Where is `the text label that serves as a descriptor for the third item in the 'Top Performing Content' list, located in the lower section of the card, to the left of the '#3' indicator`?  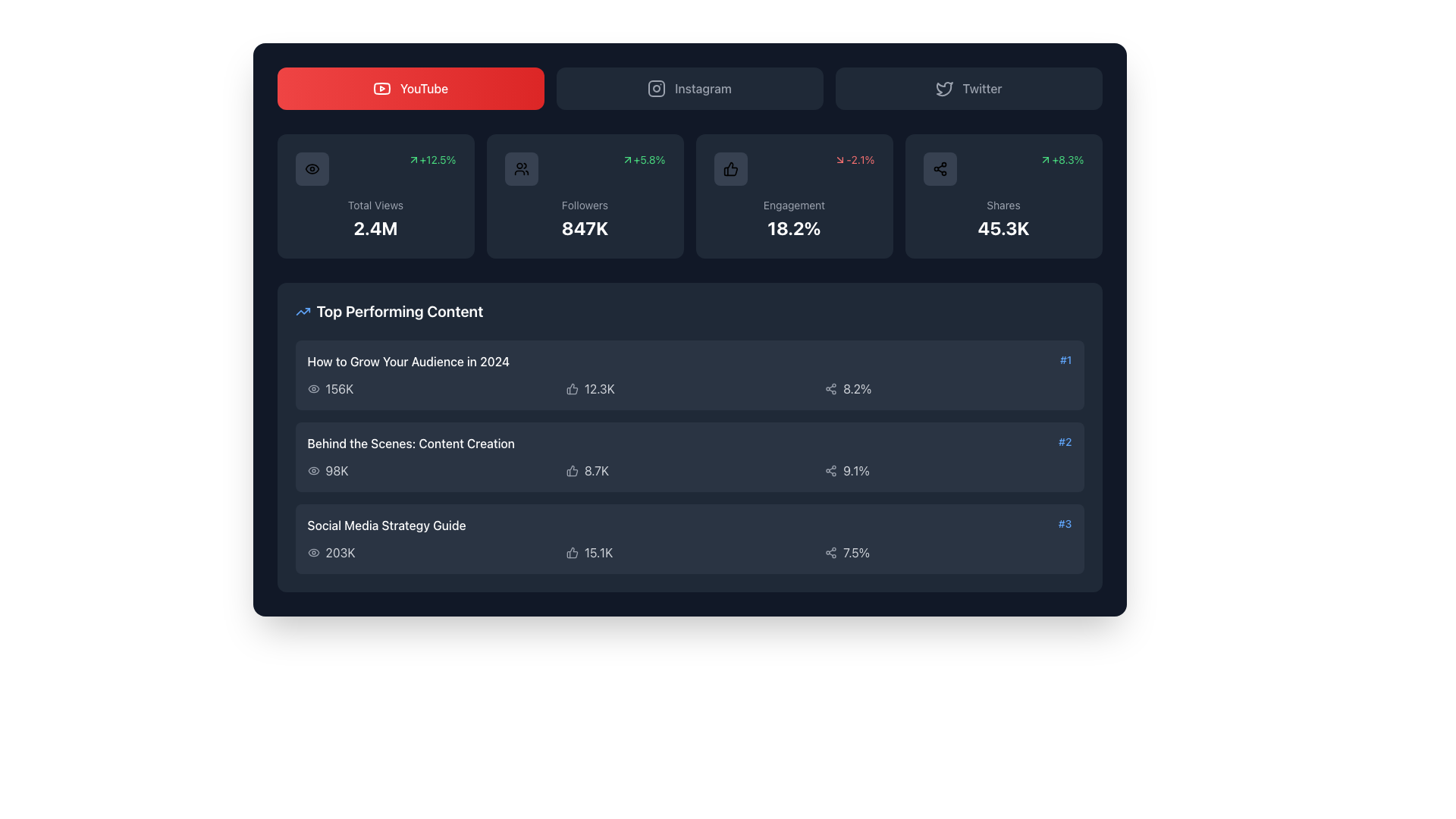 the text label that serves as a descriptor for the third item in the 'Top Performing Content' list, located in the lower section of the card, to the left of the '#3' indicator is located at coordinates (386, 525).